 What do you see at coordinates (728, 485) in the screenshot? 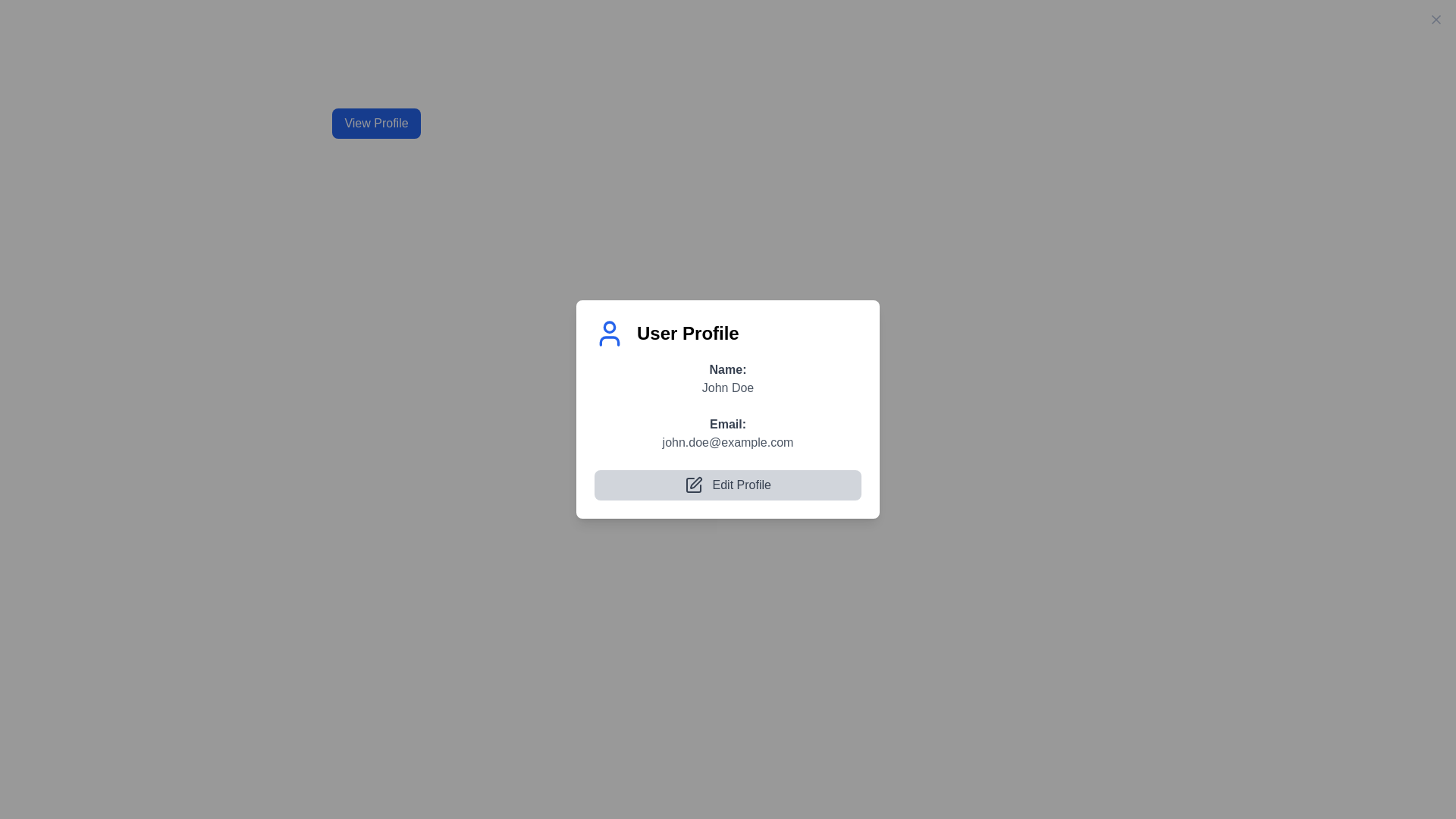
I see `the edit profile button located at the bottom of the user profile card, directly below the email information` at bounding box center [728, 485].